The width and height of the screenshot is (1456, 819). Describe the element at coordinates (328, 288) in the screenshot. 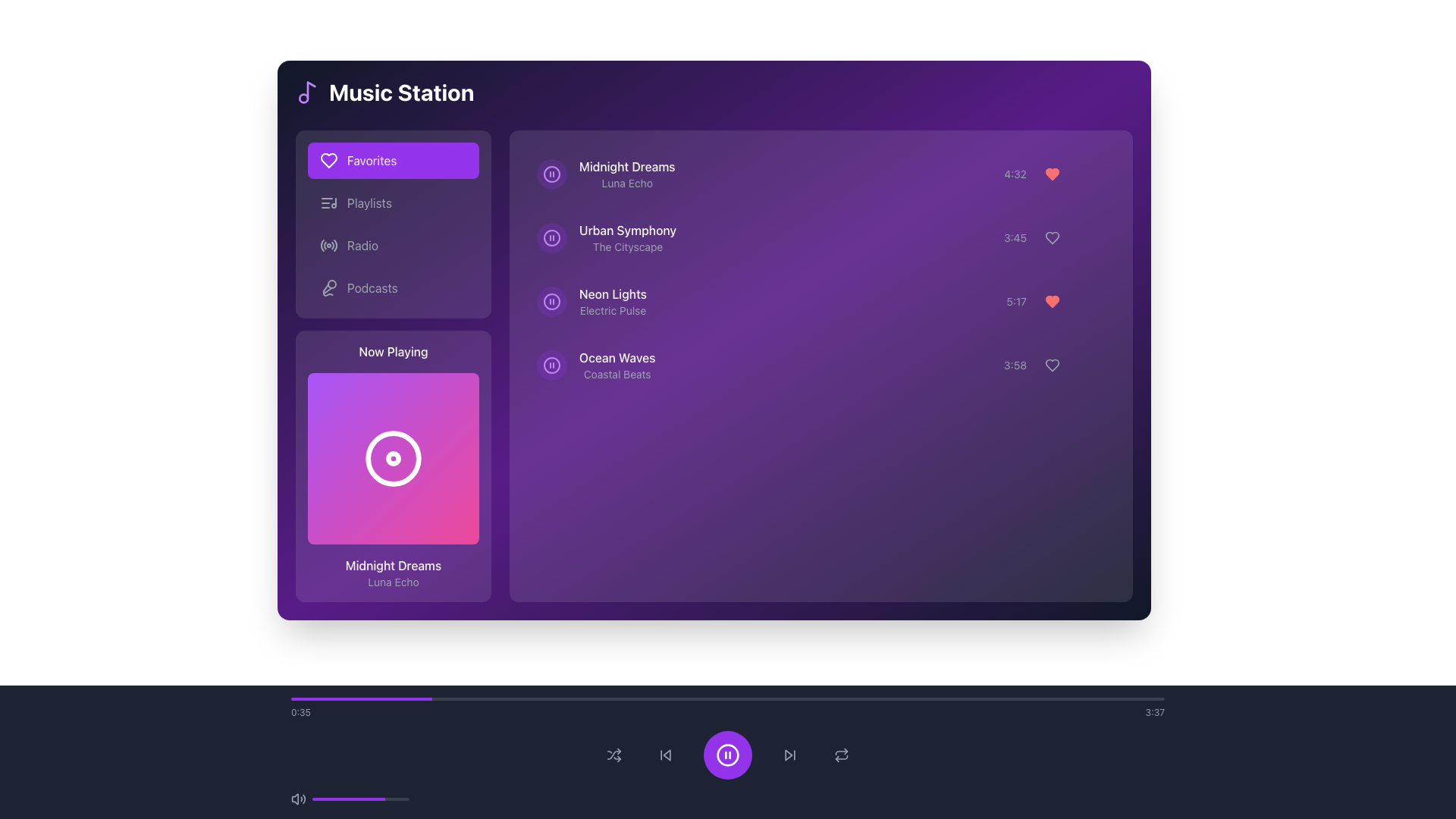

I see `the microphone icon, which is styled as a vector graphic with rounded ends and smooth curves, located to the left of the 'Podcasts' text label in the vertical menu on the left sidebar` at that location.